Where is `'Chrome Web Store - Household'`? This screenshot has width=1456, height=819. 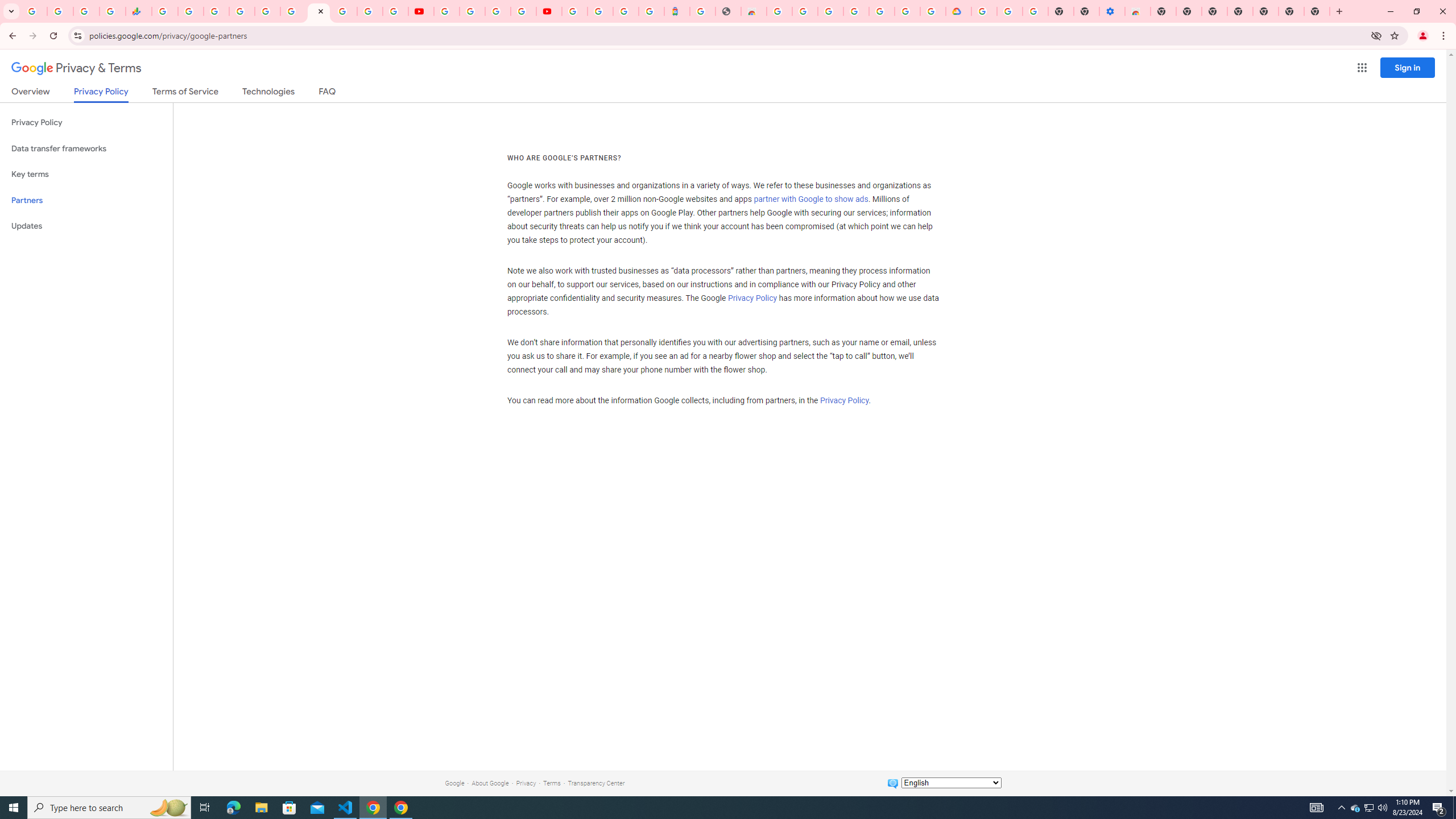 'Chrome Web Store - Household' is located at coordinates (753, 11).